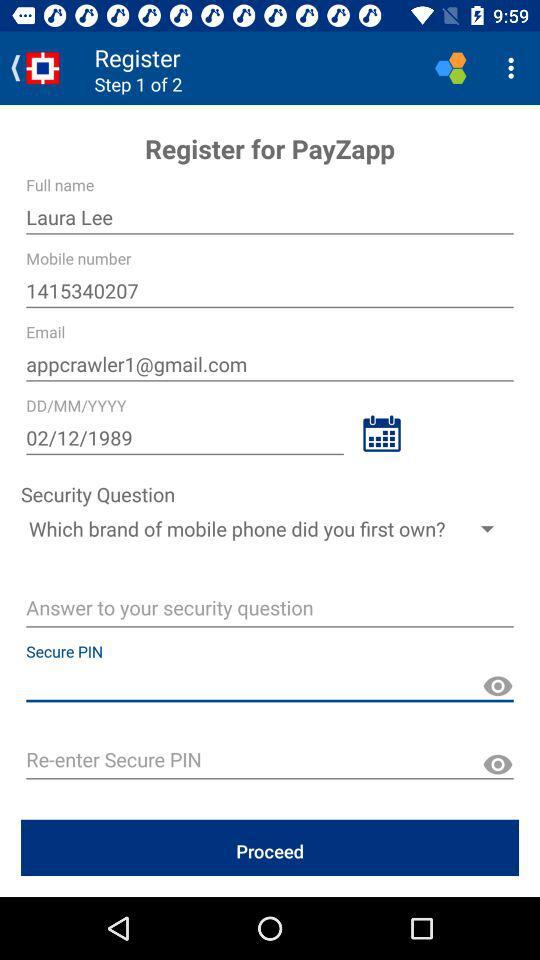 Image resolution: width=540 pixels, height=960 pixels. Describe the element at coordinates (496, 686) in the screenshot. I see `secure information` at that location.